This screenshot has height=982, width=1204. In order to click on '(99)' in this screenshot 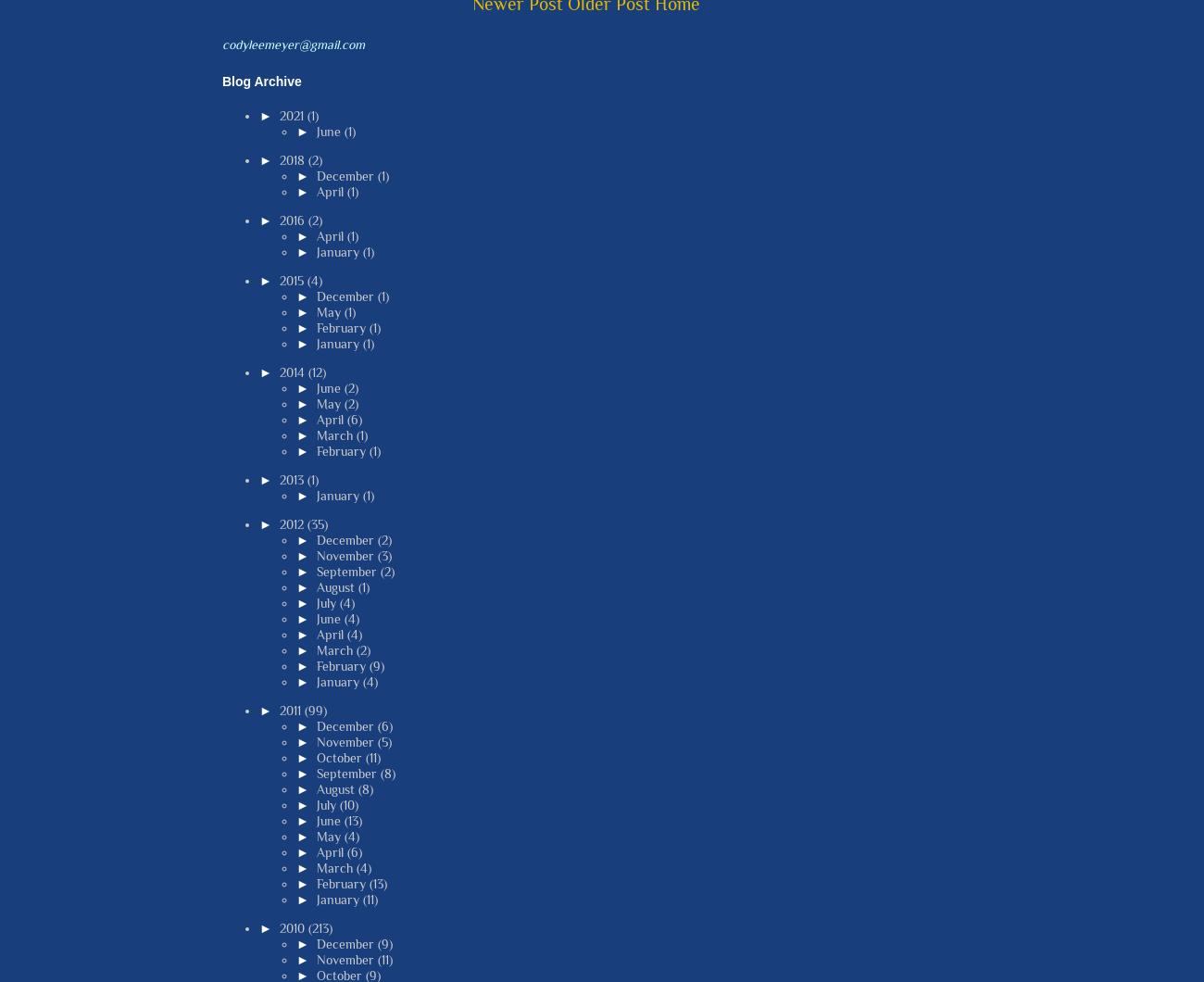, I will do `click(313, 708)`.